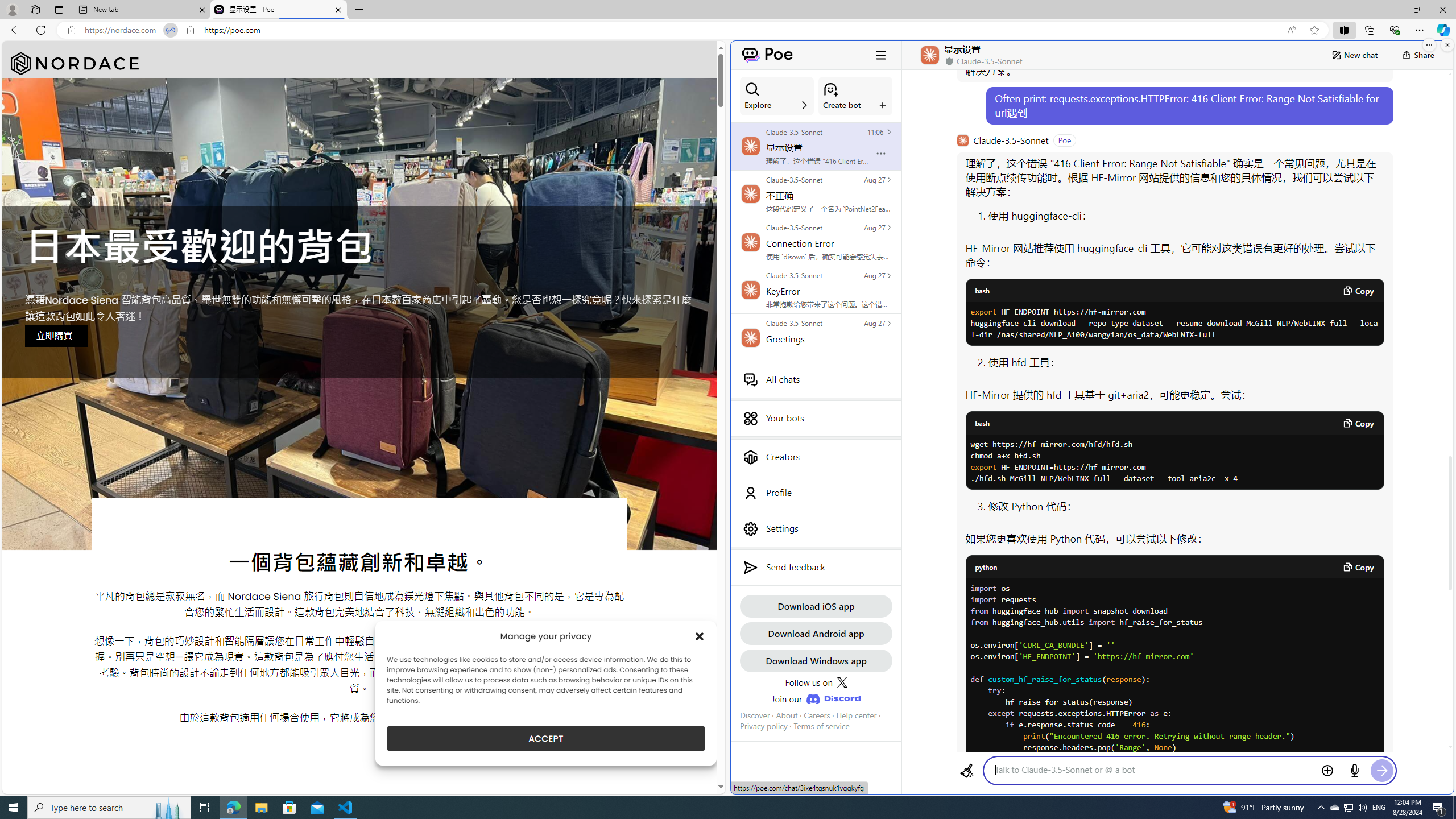 This screenshot has width=1456, height=819. Describe the element at coordinates (1357, 566) in the screenshot. I see `'Copy'` at that location.